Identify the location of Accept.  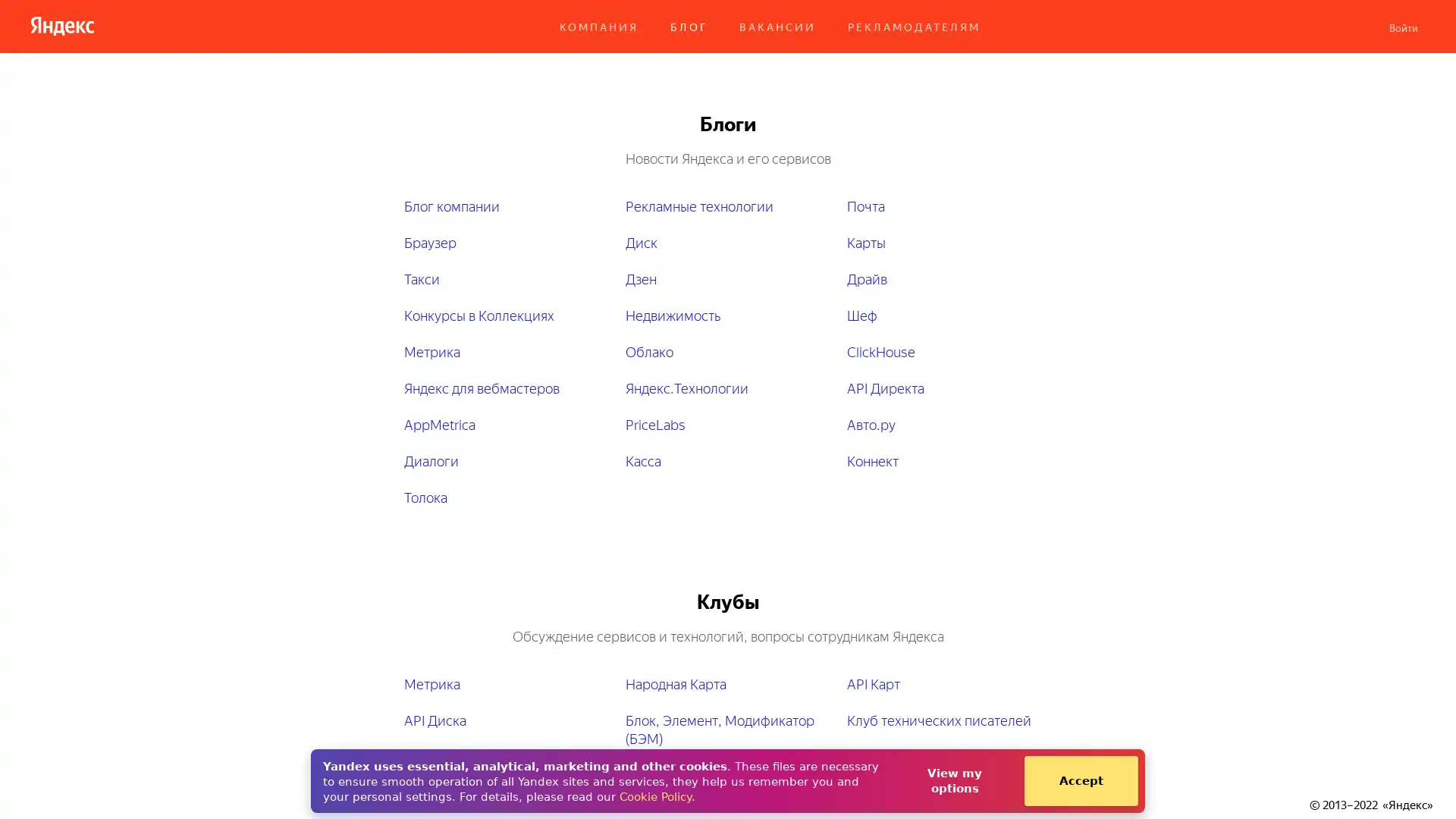
(1080, 780).